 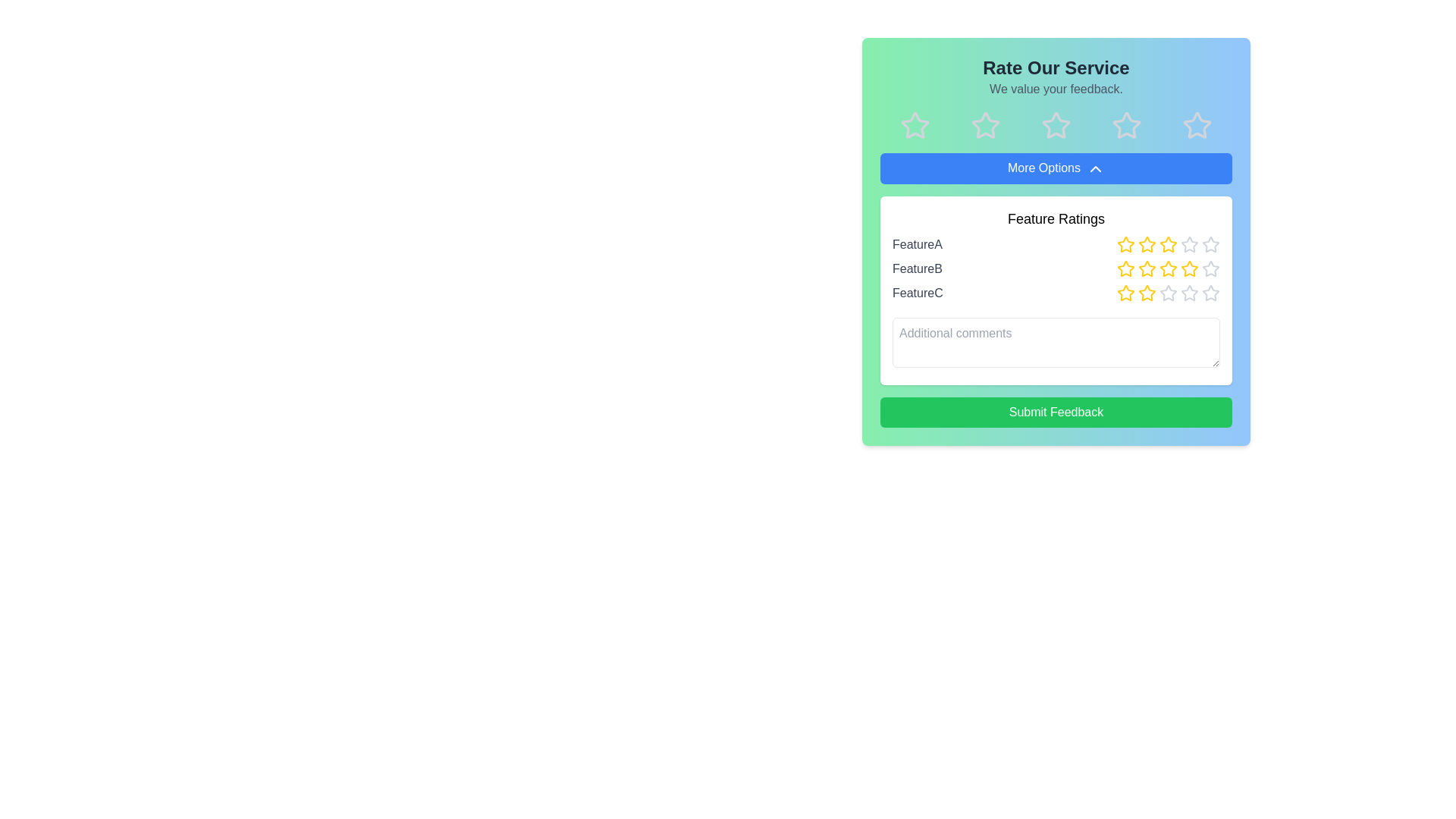 What do you see at coordinates (1126, 124) in the screenshot?
I see `the fourth star-shaped outline icon with a blue fill, located in a row of five icons at the top of the interface, which is associated with a rating system` at bounding box center [1126, 124].